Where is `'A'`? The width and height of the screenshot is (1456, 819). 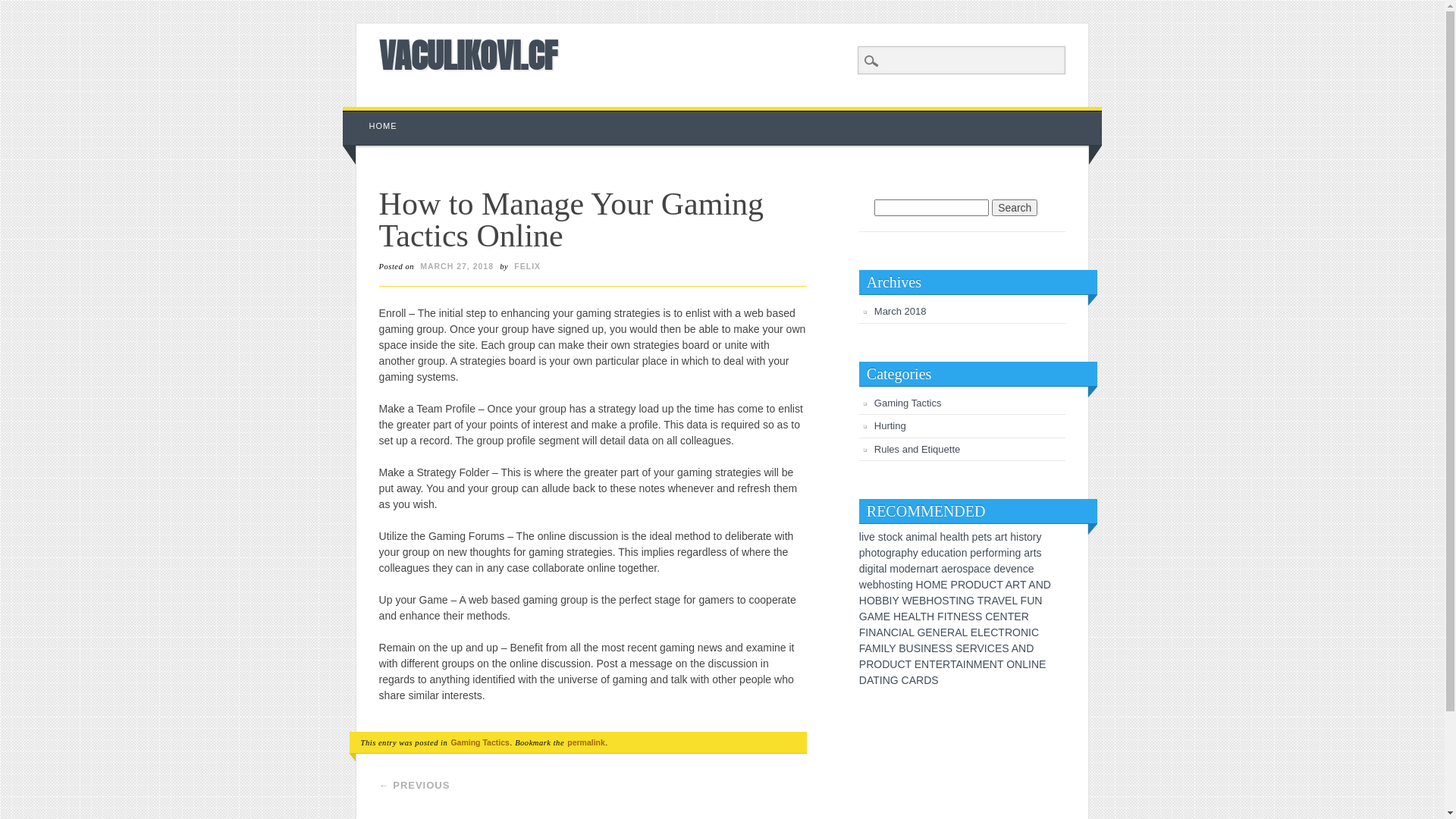
'A' is located at coordinates (866, 679).